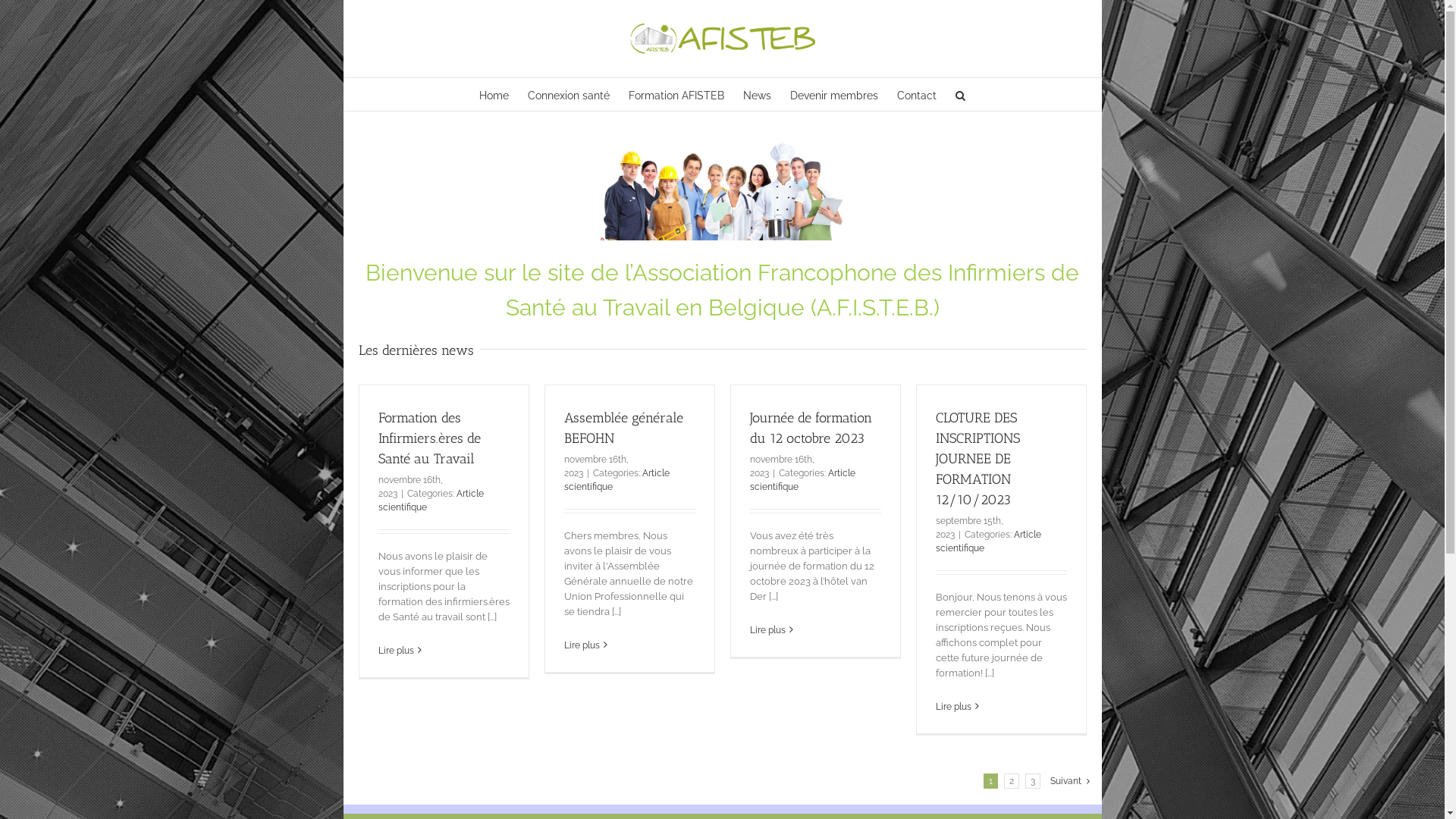  Describe the element at coordinates (676, 94) in the screenshot. I see `'Formation AFISTEB'` at that location.